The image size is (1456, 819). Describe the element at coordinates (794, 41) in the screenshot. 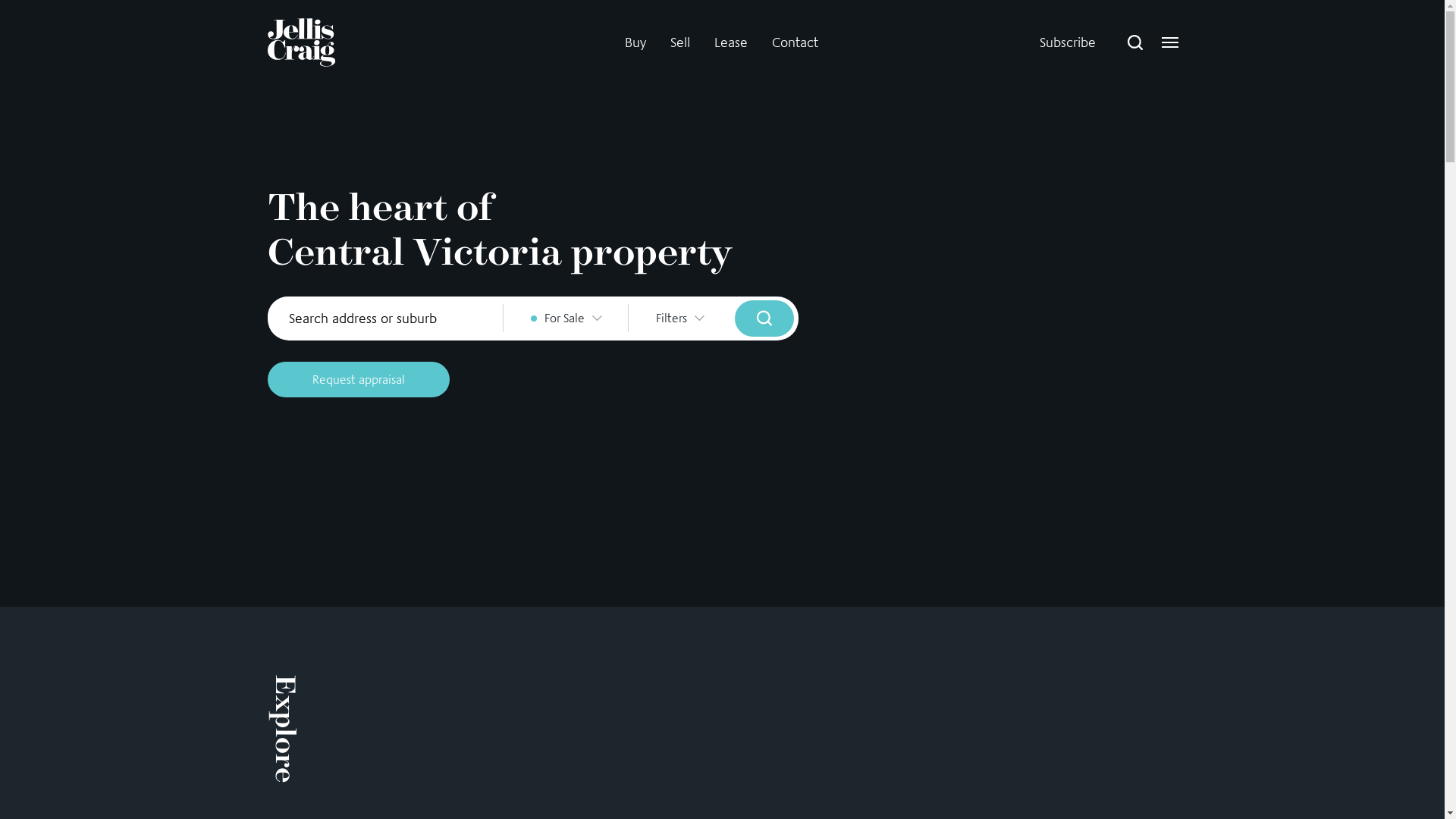

I see `'Contact'` at that location.